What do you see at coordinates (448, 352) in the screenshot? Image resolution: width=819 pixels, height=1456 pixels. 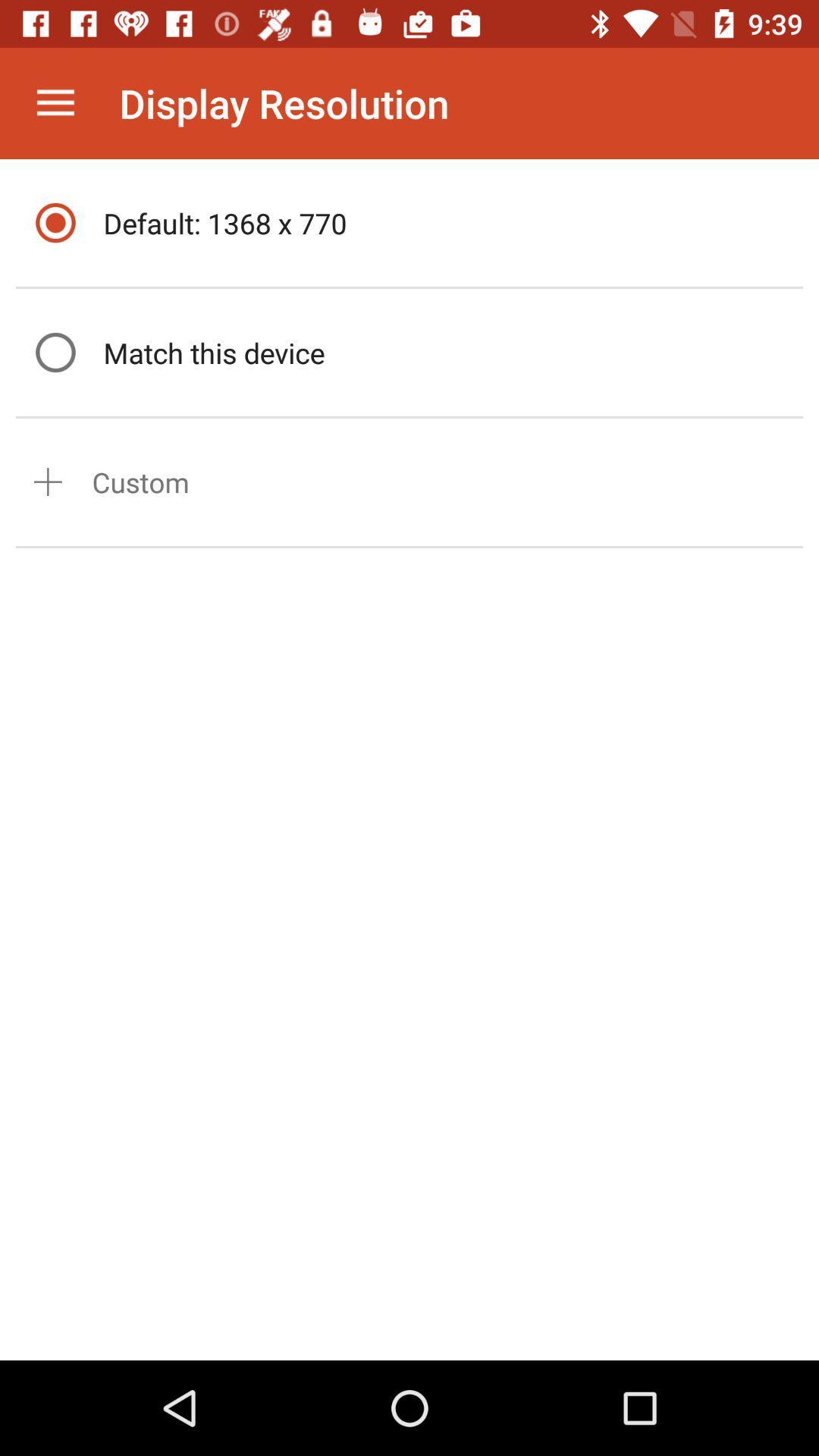 I see `the item above the custom item` at bounding box center [448, 352].